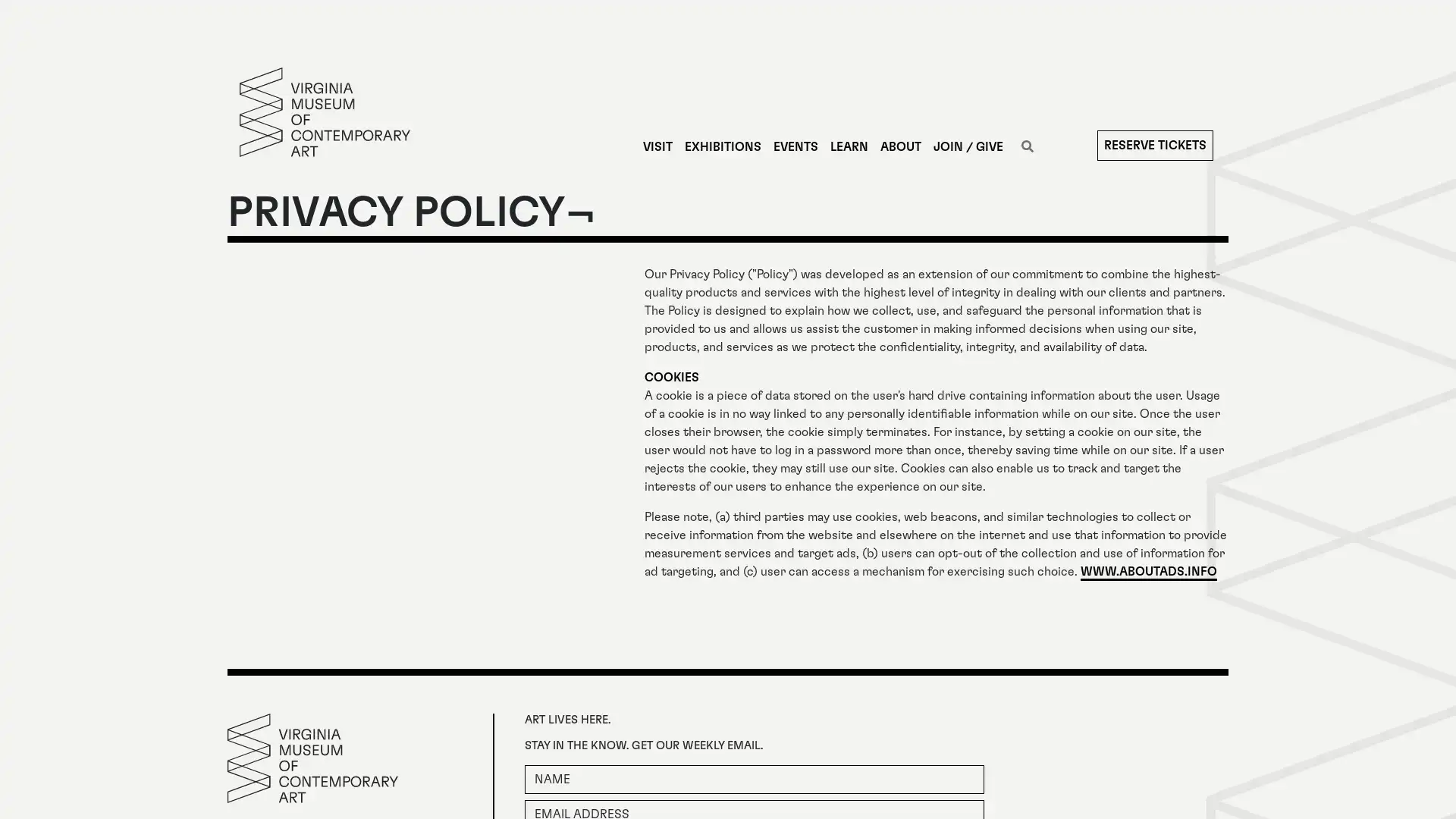  I want to click on VISIT, so click(657, 146).